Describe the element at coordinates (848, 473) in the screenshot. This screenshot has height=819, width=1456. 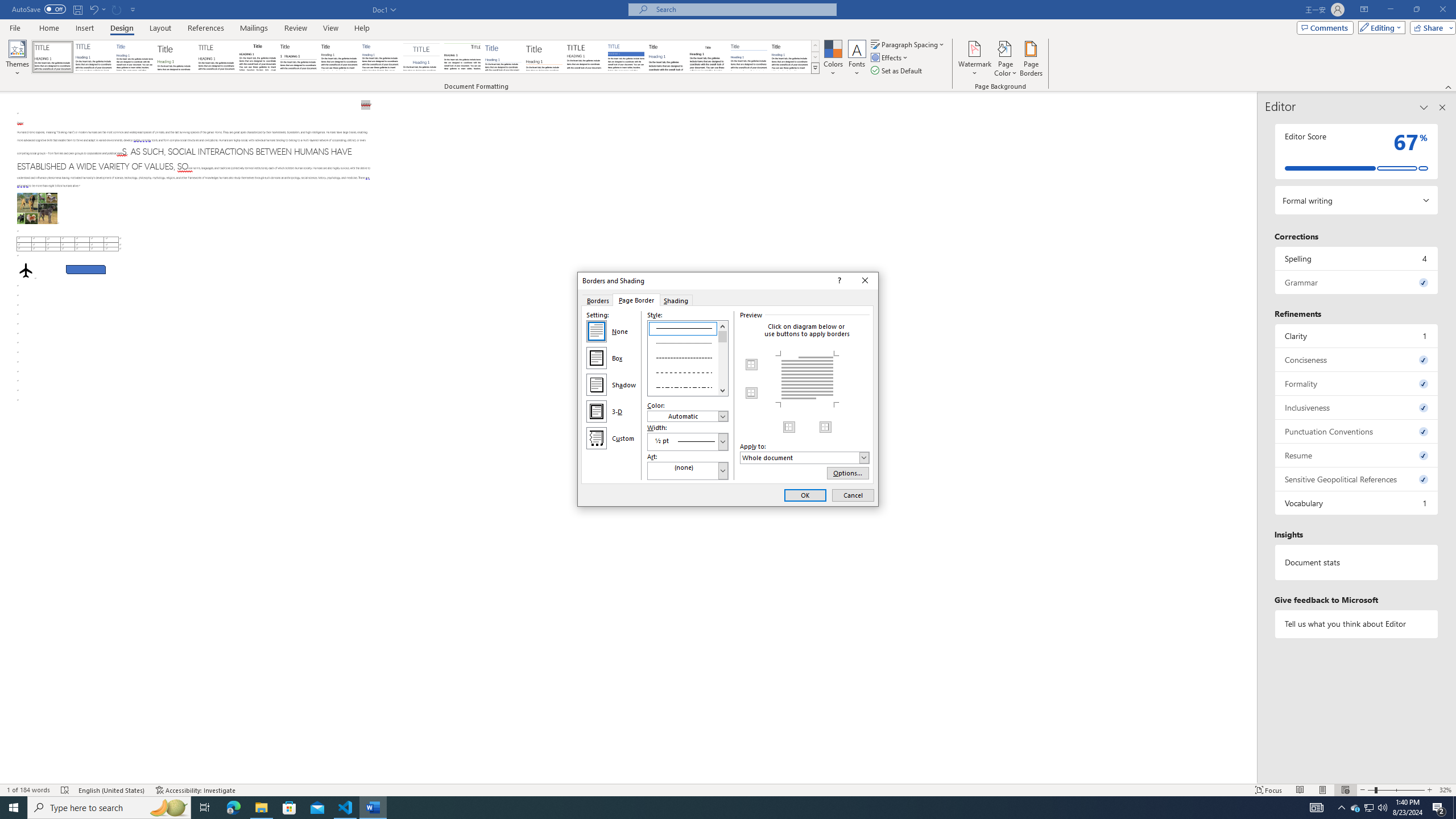
I see `'Options...'` at that location.